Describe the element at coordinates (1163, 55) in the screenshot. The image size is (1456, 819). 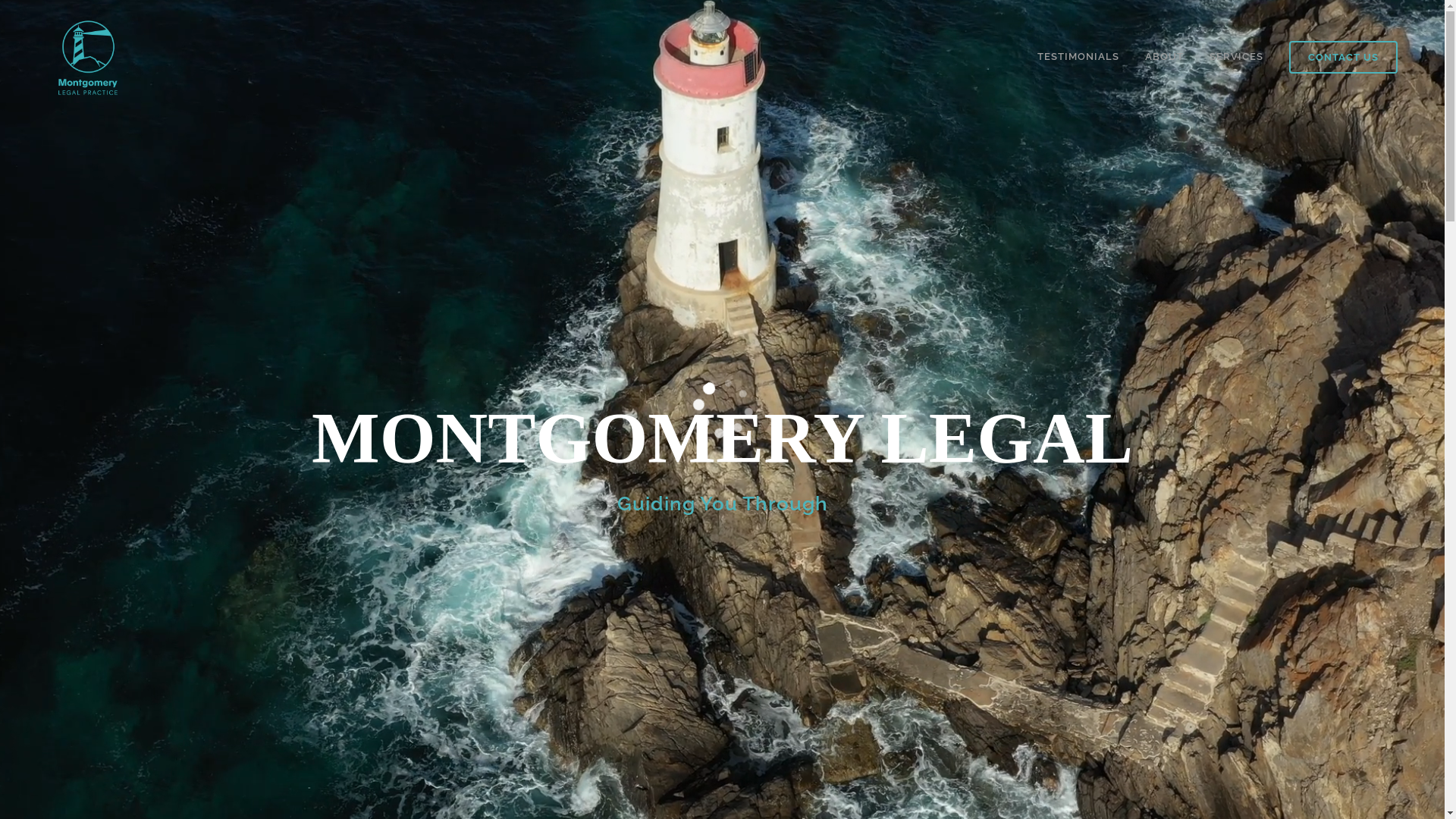
I see `'ABOUT'` at that location.